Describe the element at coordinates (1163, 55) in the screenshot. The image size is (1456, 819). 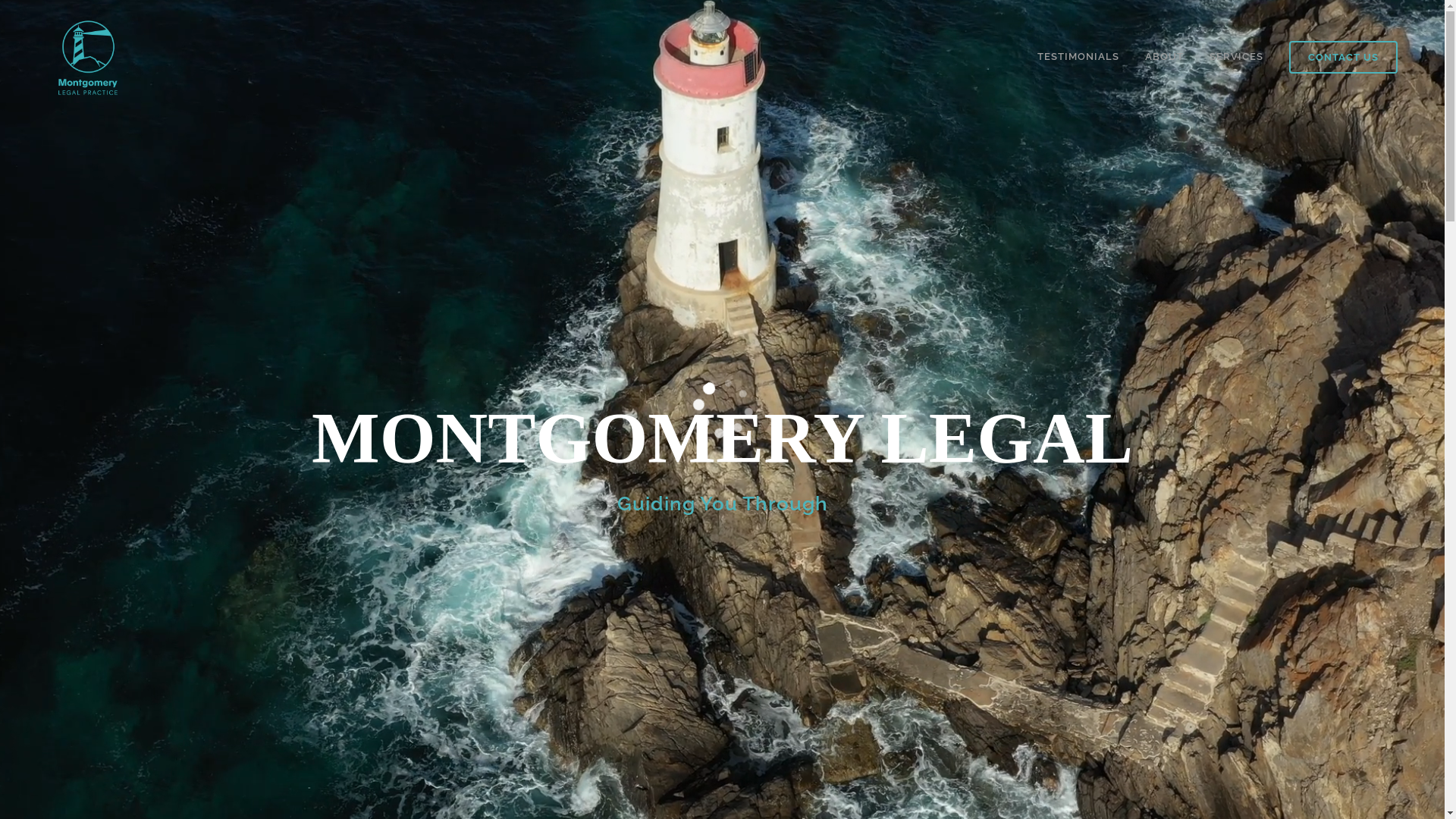
I see `'ABOUT'` at that location.